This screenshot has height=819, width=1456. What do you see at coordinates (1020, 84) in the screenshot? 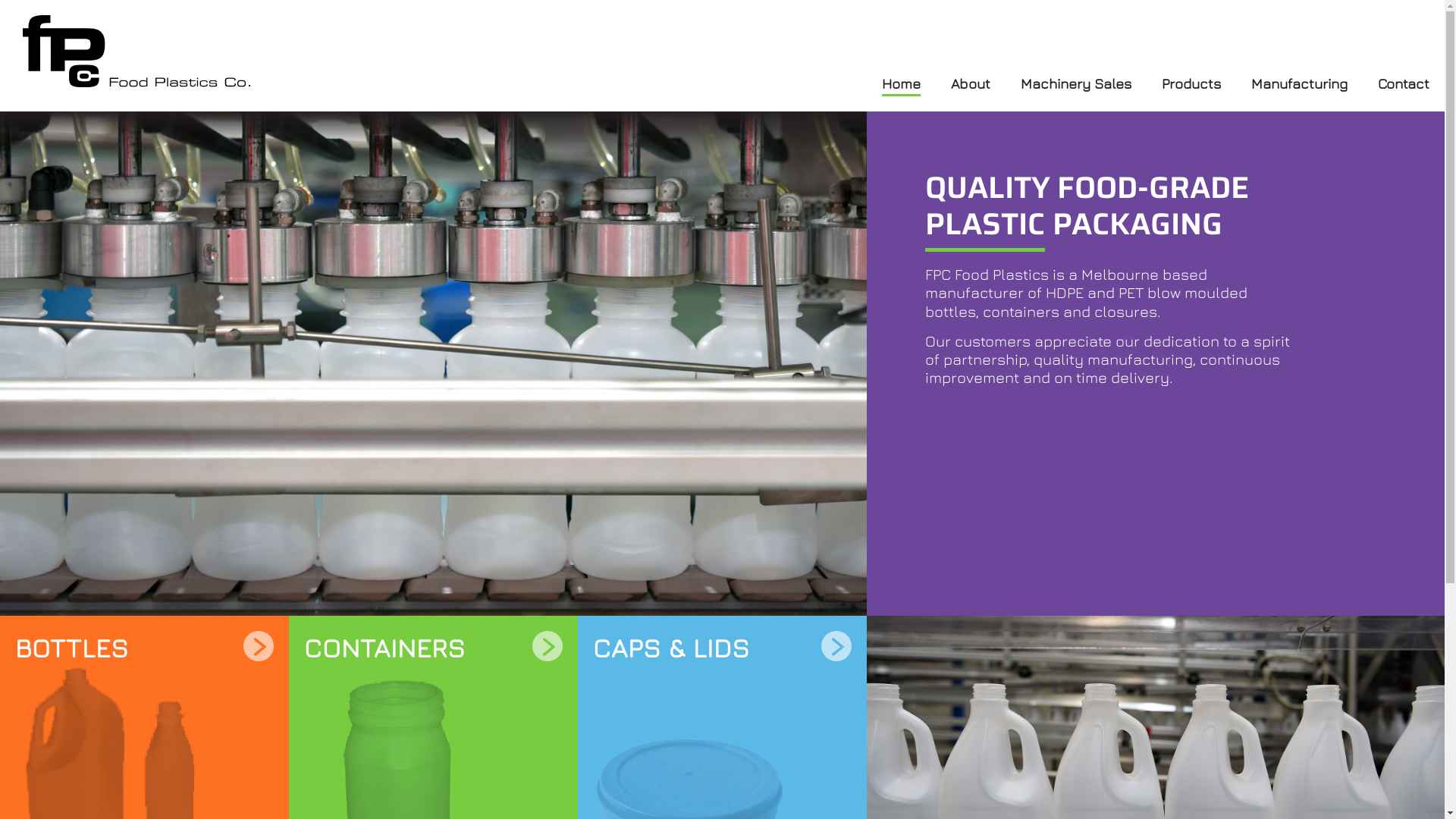
I see `'Machinery Sales'` at bounding box center [1020, 84].